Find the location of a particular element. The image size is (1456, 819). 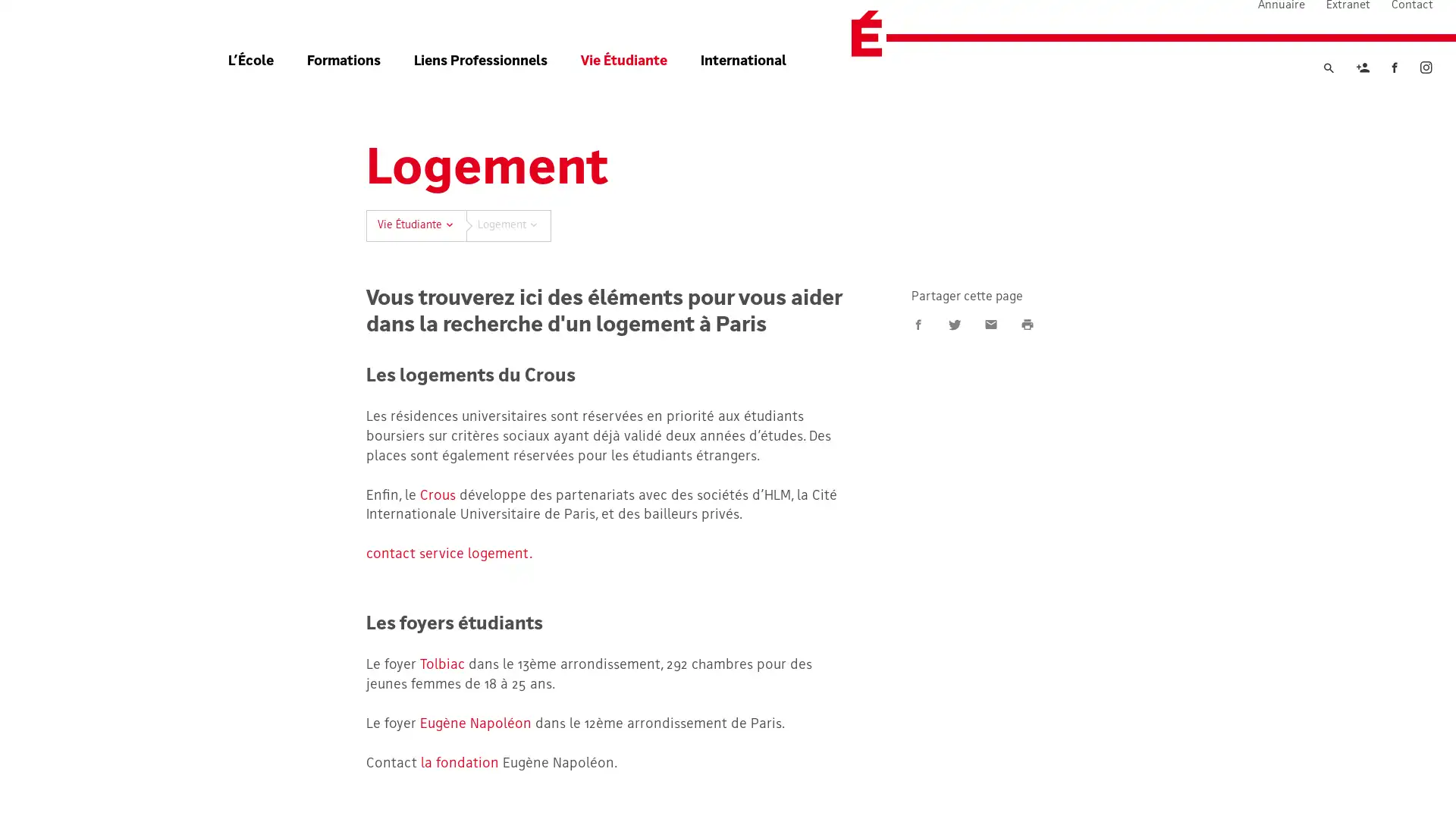

Rechercher is located at coordinates (1328, 93).